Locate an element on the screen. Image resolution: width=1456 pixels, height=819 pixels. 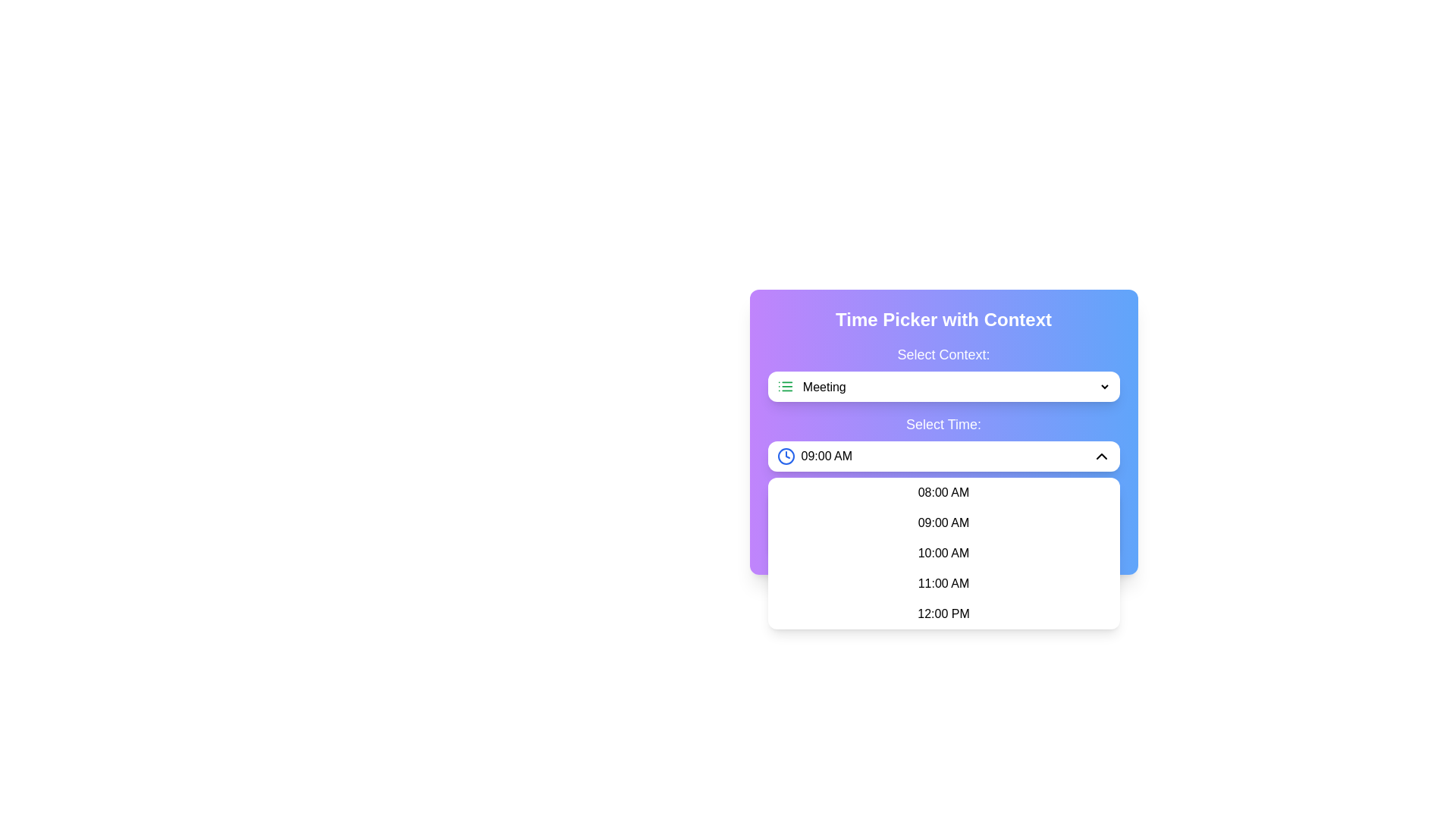
the third selectable item in the time picker list, which is positioned between '09:00 AM' and '11:00 AM' is located at coordinates (943, 553).